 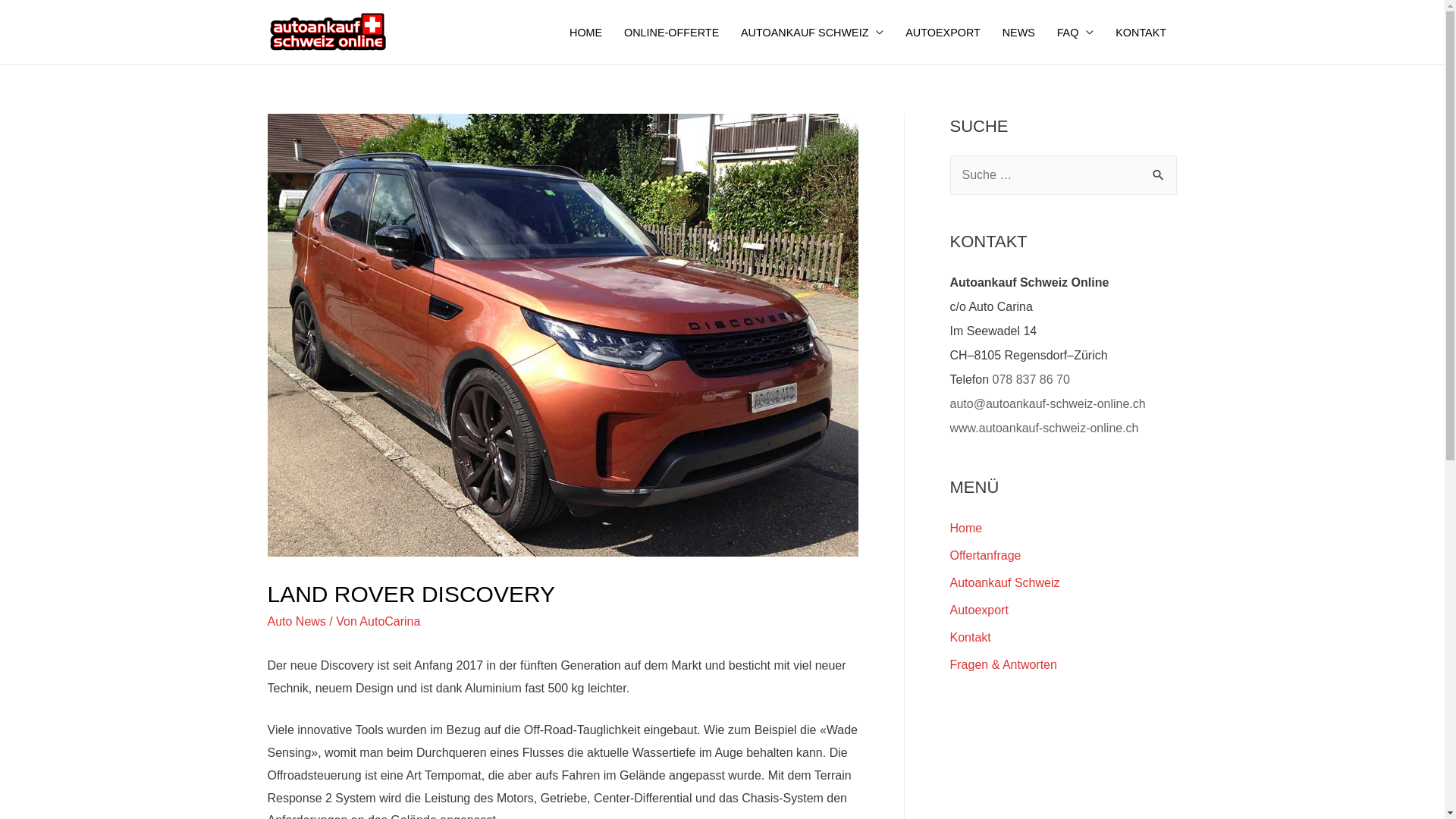 I want to click on 'auto@autoankauf-schweiz-online.ch', so click(x=1046, y=403).